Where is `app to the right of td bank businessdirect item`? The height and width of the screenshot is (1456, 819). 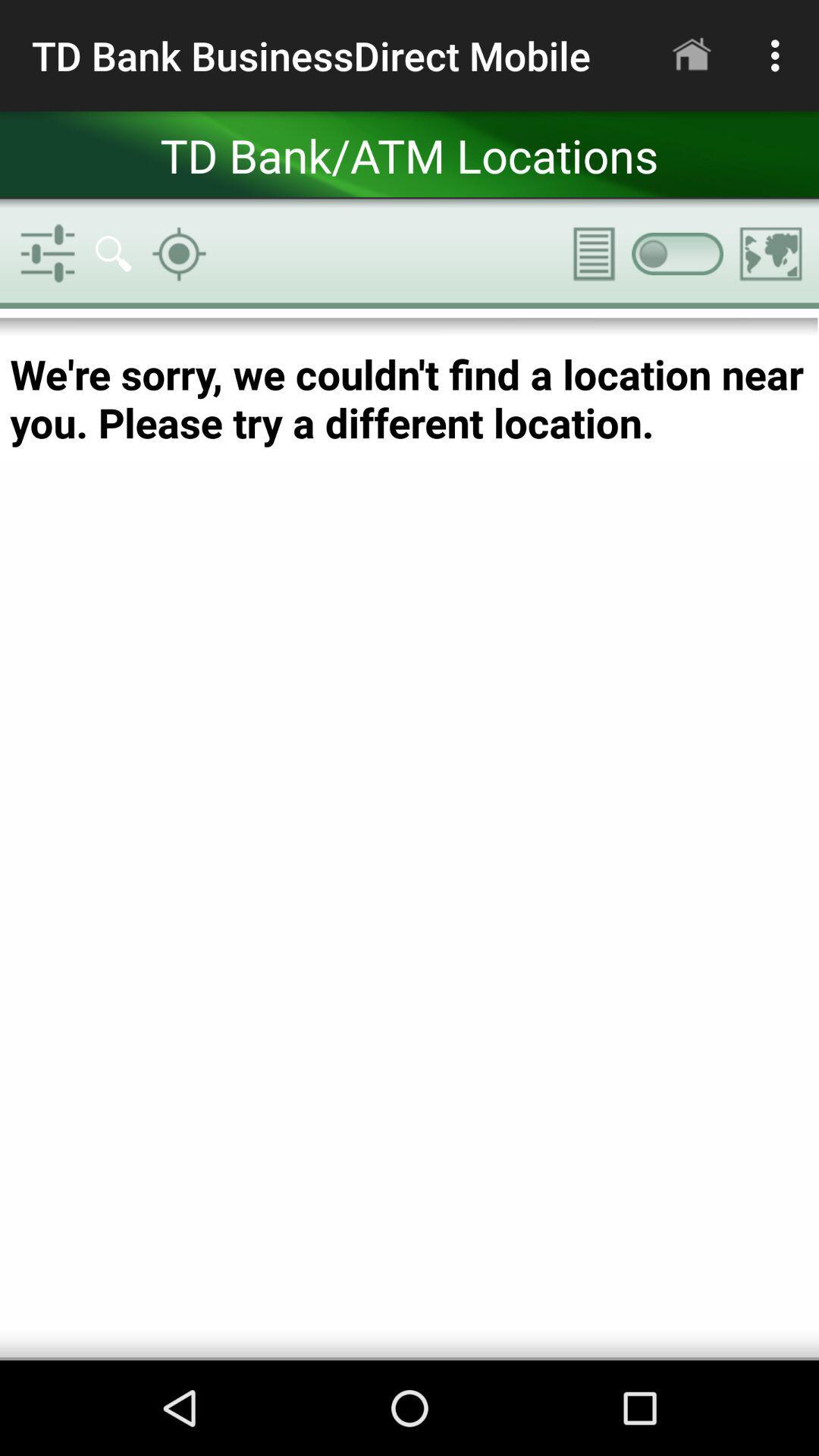
app to the right of td bank businessdirect item is located at coordinates (691, 55).